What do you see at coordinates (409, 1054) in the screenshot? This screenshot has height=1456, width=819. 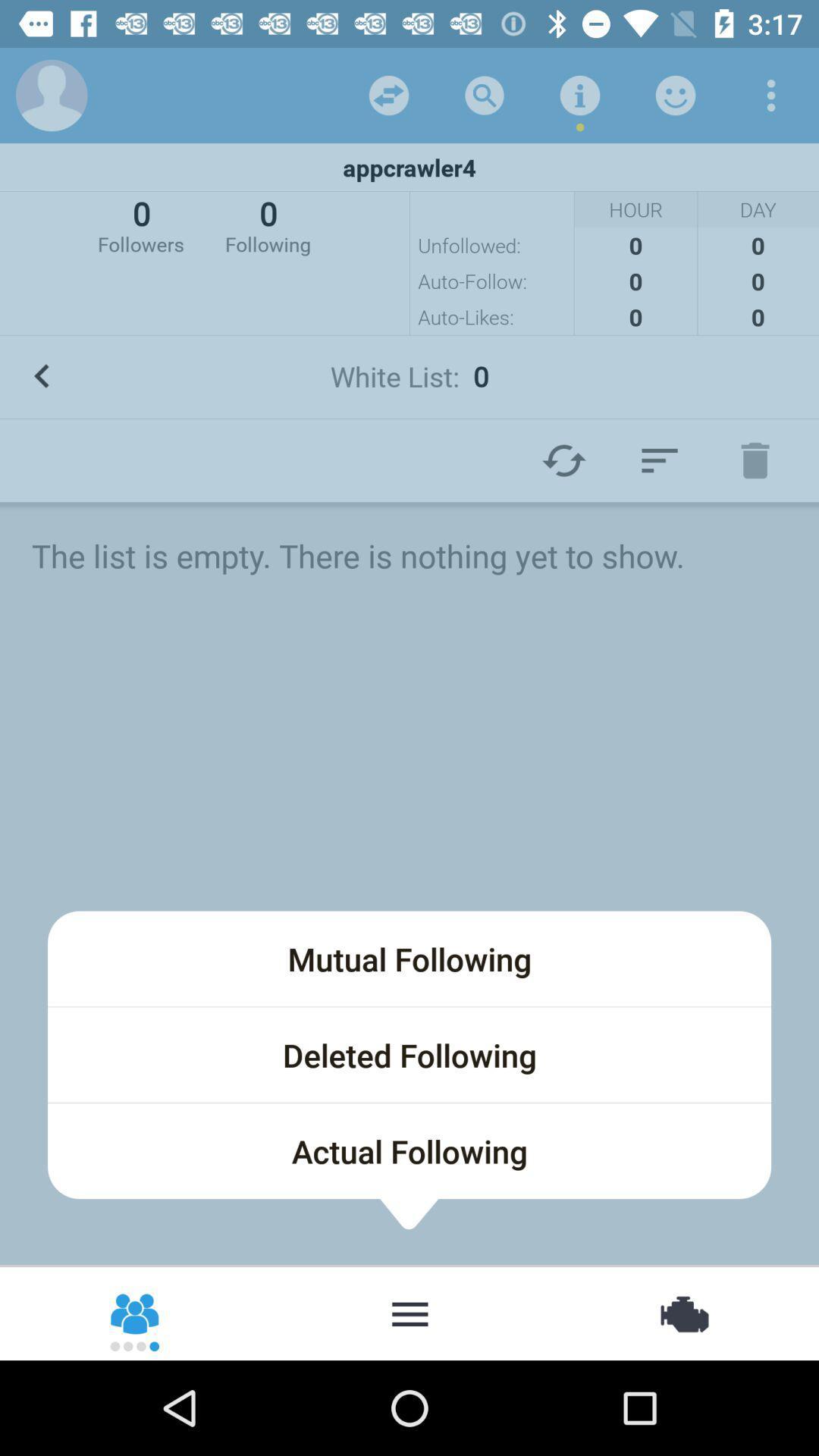 I see `the deleted following` at bounding box center [409, 1054].